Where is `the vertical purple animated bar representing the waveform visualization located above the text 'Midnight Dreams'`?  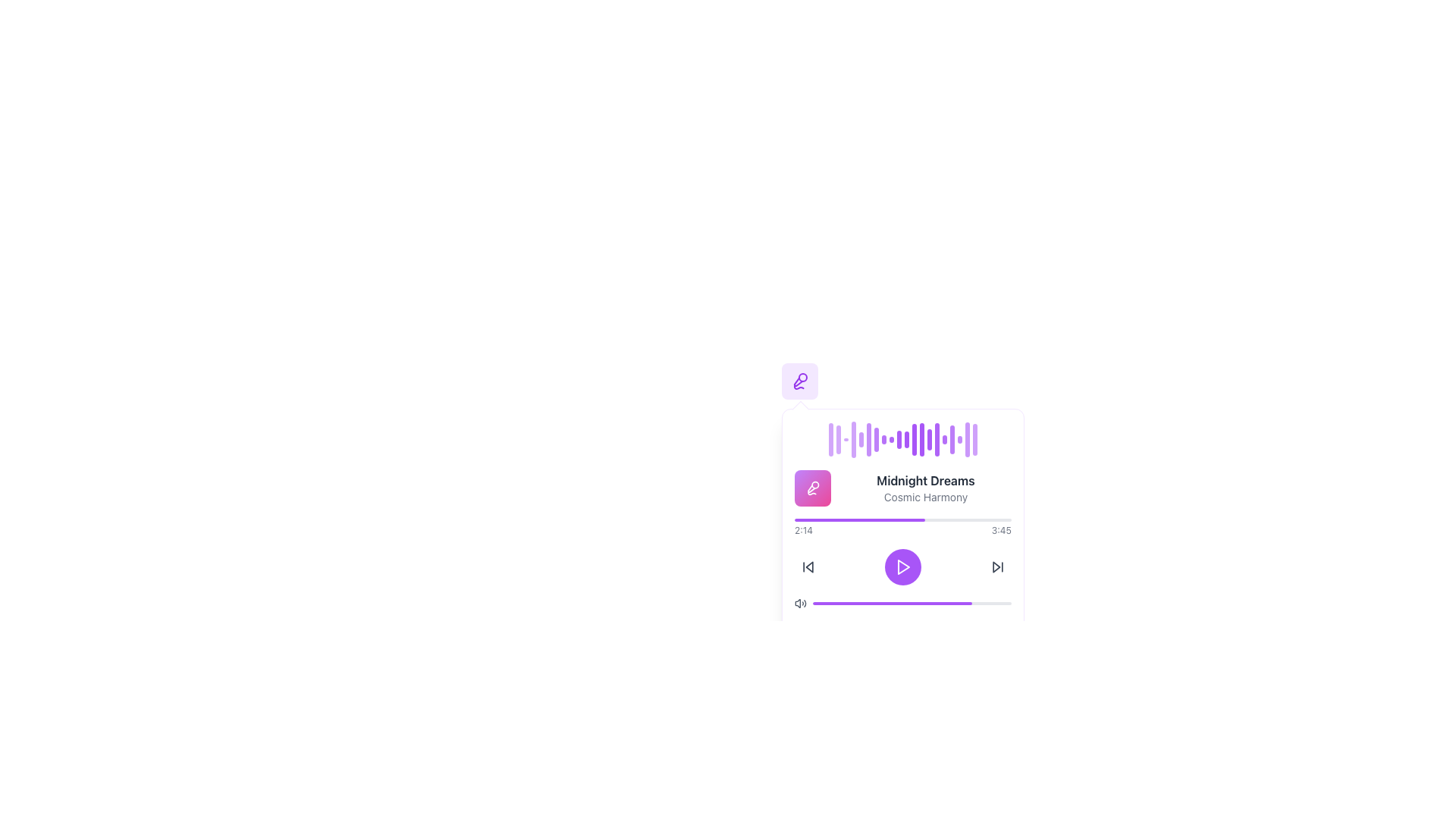 the vertical purple animated bar representing the waveform visualization located above the text 'Midnight Dreams' is located at coordinates (952, 439).